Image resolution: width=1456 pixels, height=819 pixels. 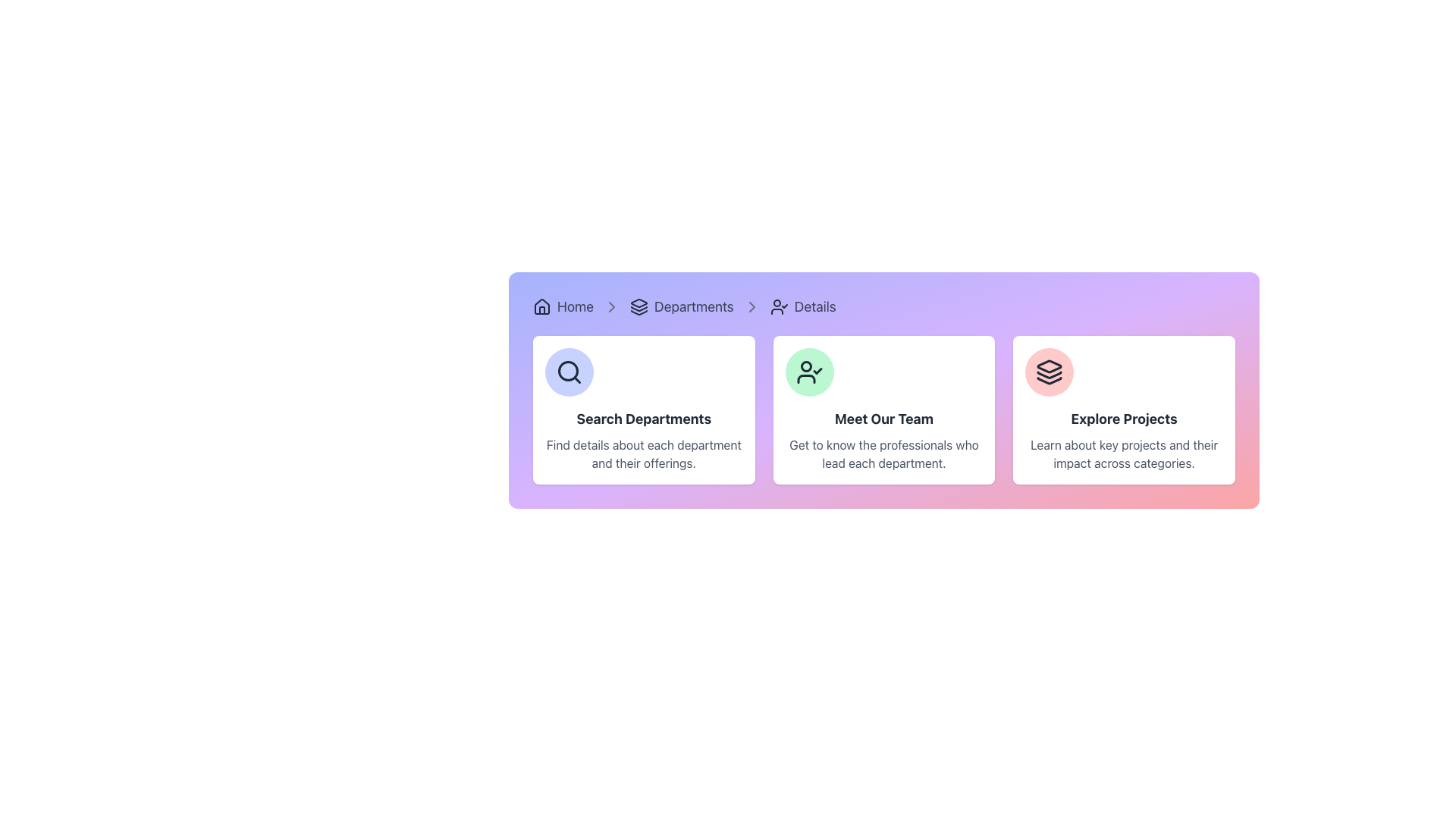 I want to click on descriptive text label located beneath the 'Meet Our Team' title in the center card of the three-card layout, so click(x=884, y=453).